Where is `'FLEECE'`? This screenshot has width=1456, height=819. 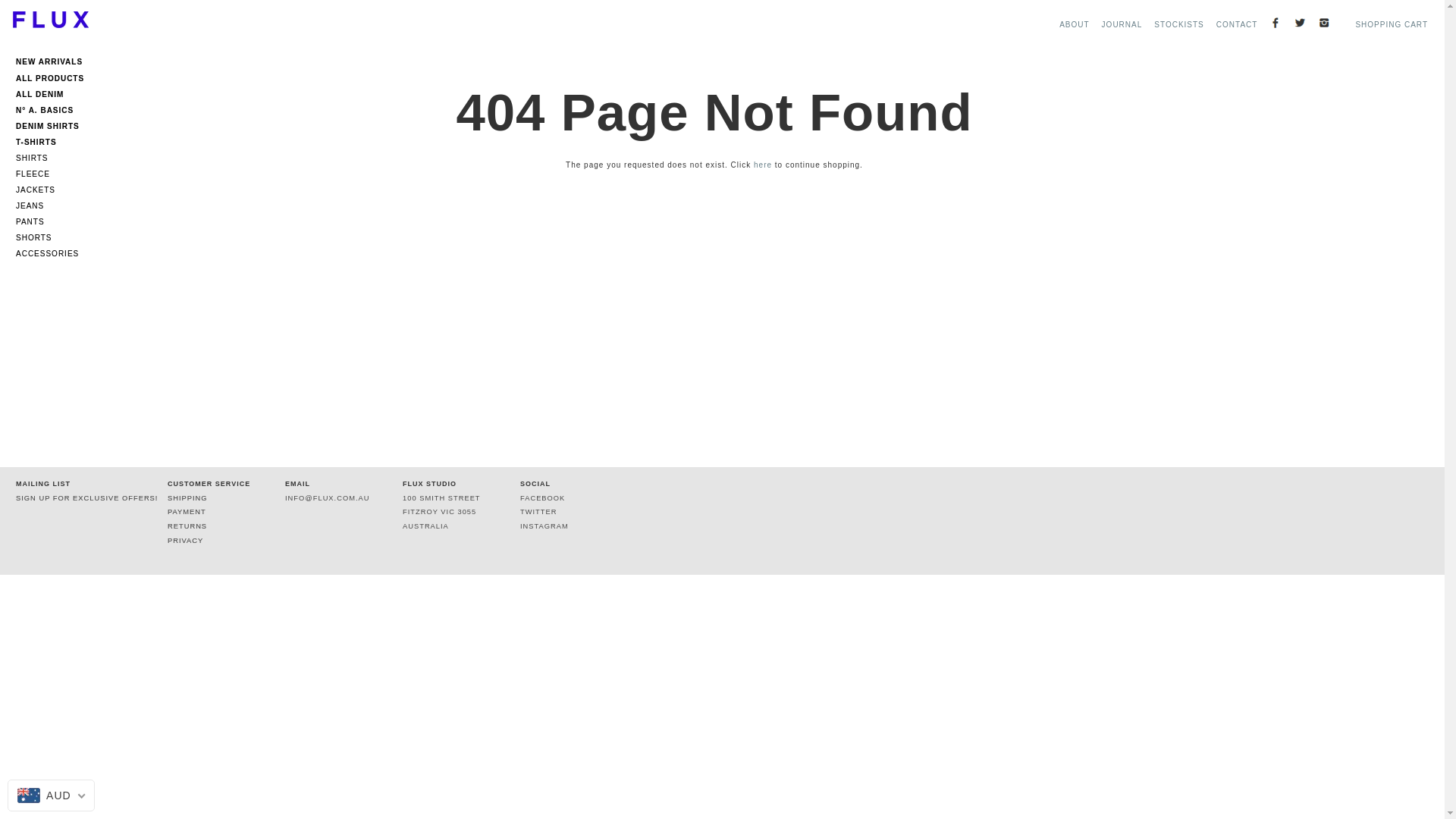
'FLEECE' is located at coordinates (15, 173).